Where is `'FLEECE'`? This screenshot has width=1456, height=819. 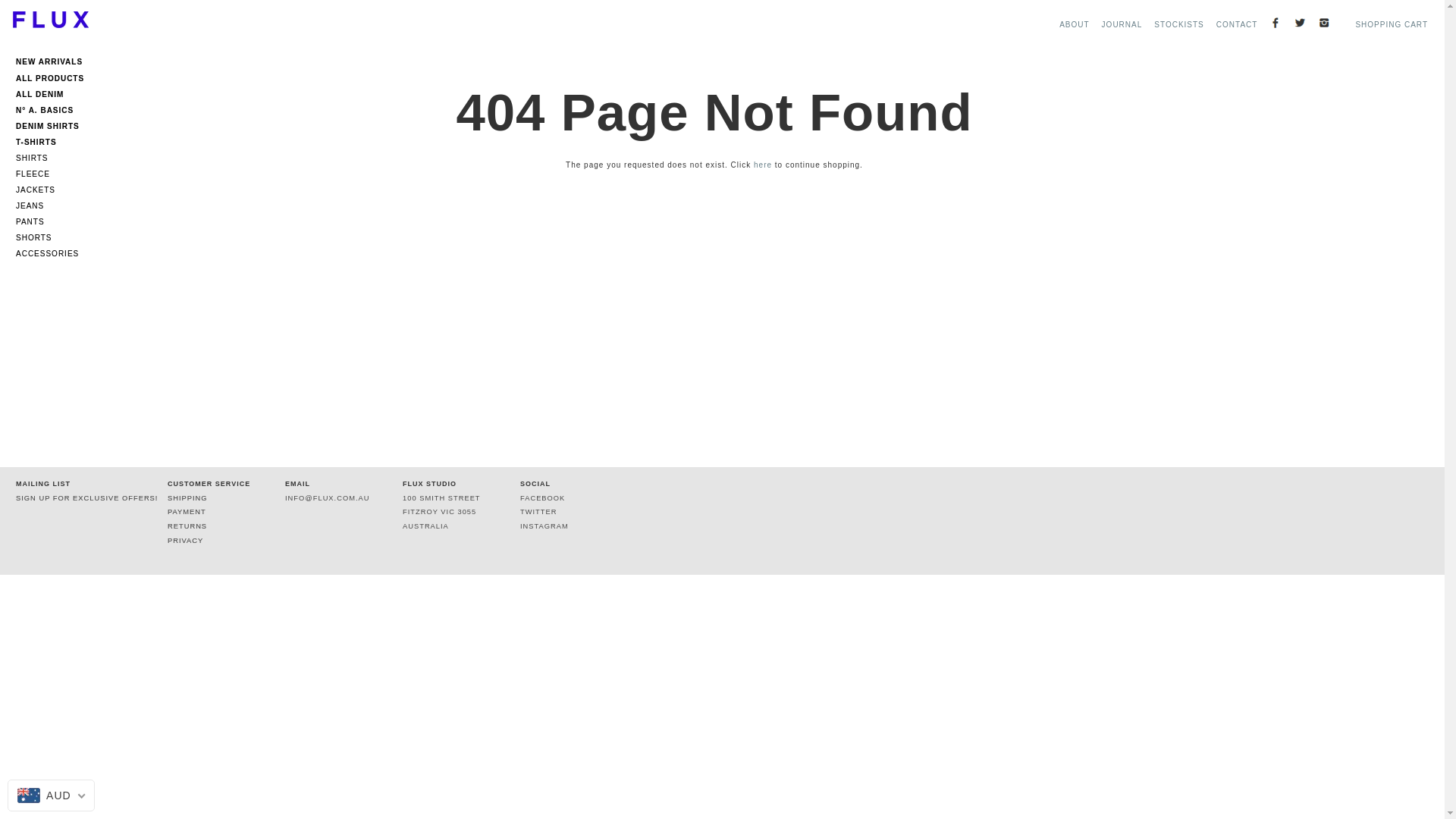
'FLEECE' is located at coordinates (15, 173).